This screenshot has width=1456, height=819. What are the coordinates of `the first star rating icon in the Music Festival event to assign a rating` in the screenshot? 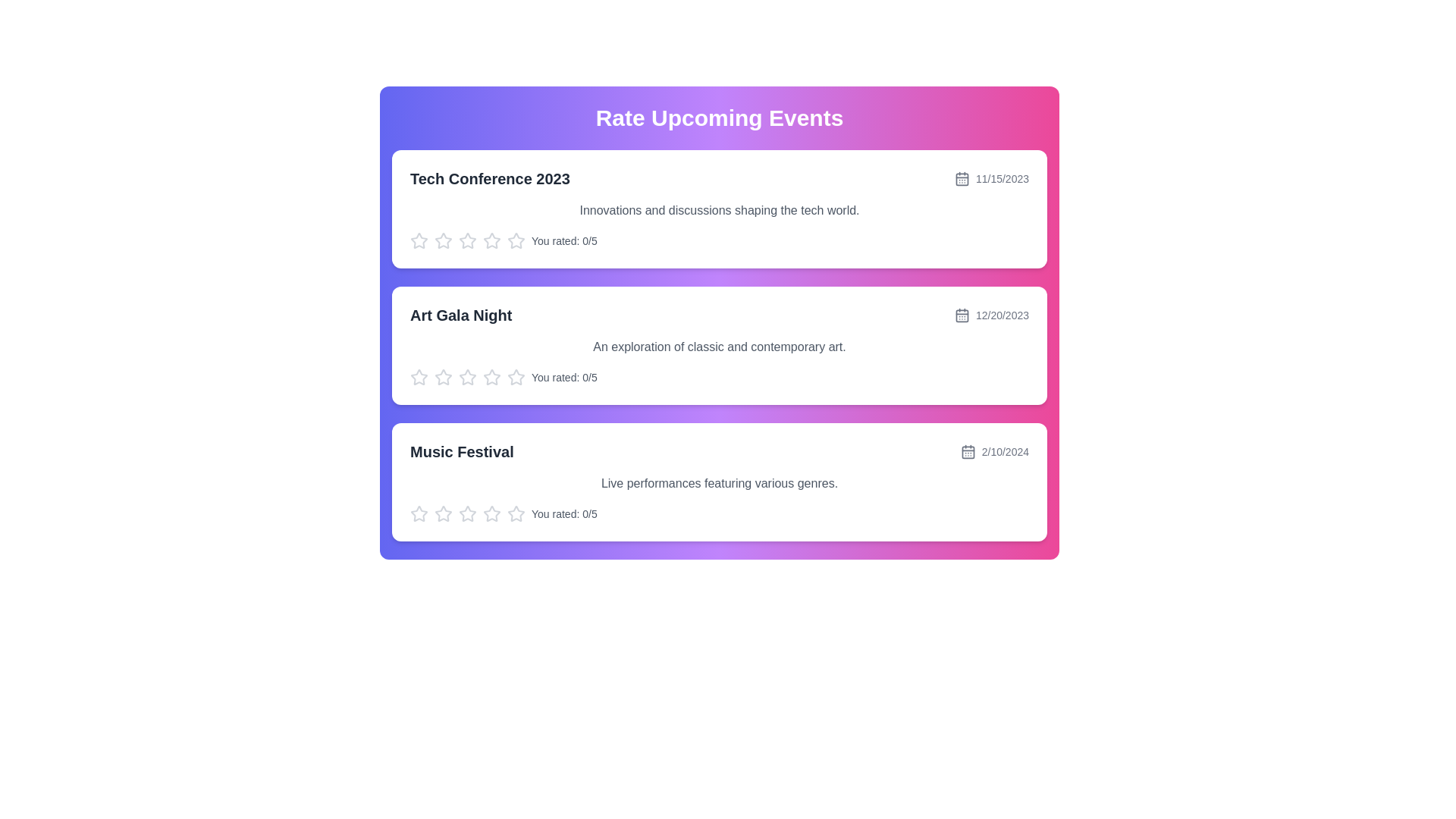 It's located at (419, 513).